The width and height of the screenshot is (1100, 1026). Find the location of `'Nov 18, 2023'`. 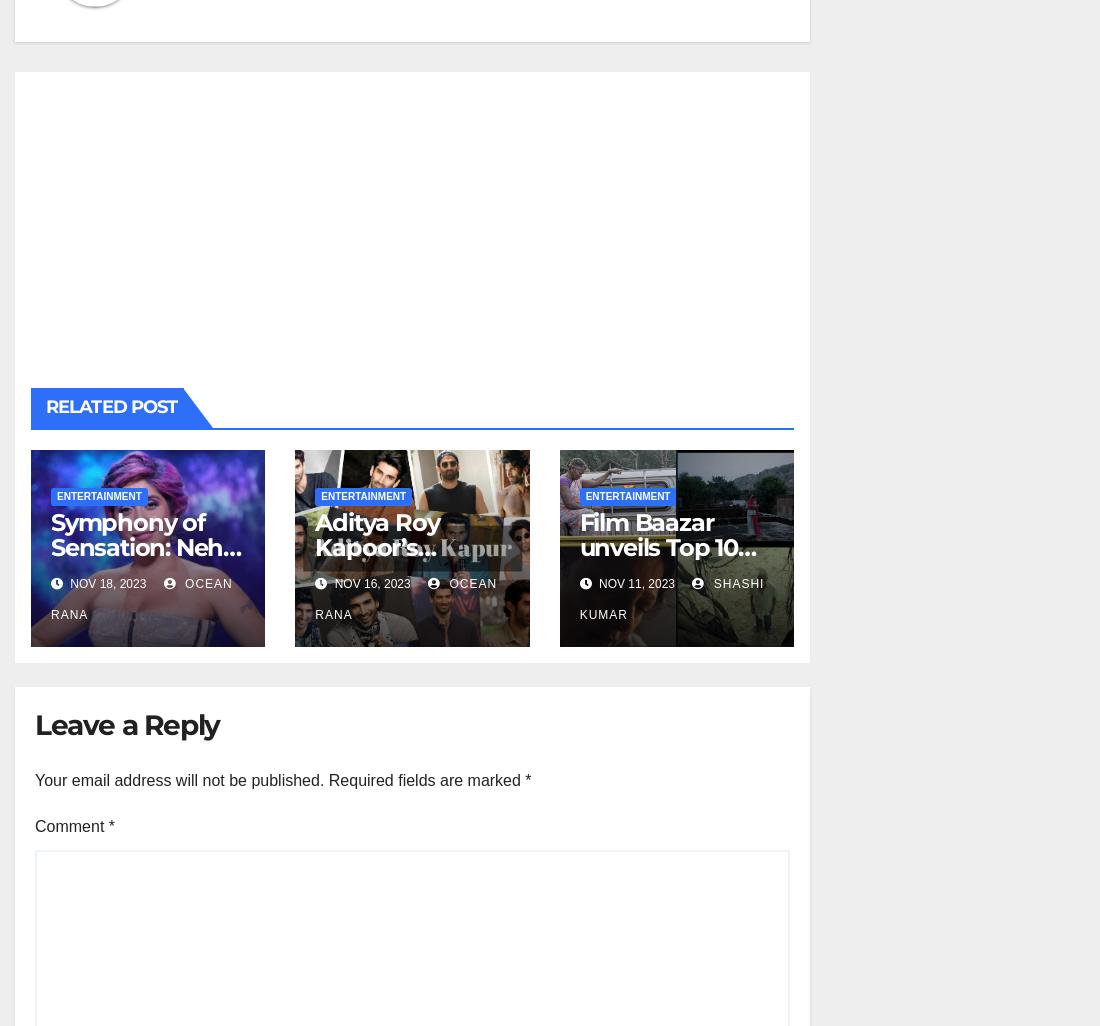

'Nov 18, 2023' is located at coordinates (108, 581).